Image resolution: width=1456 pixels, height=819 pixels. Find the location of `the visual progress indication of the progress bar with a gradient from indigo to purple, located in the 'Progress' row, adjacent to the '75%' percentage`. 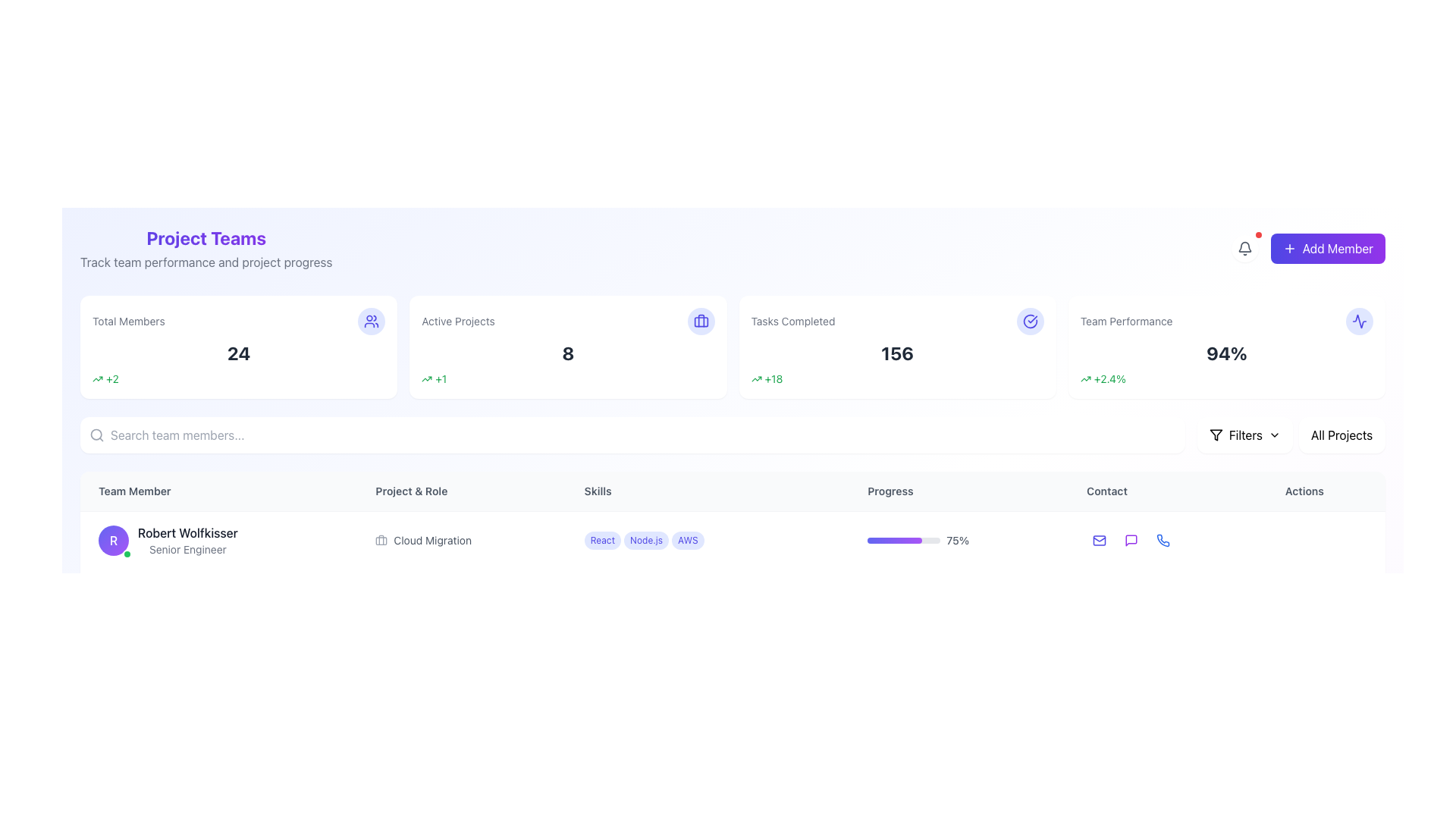

the visual progress indication of the progress bar with a gradient from indigo to purple, located in the 'Progress' row, adjacent to the '75%' percentage is located at coordinates (904, 540).